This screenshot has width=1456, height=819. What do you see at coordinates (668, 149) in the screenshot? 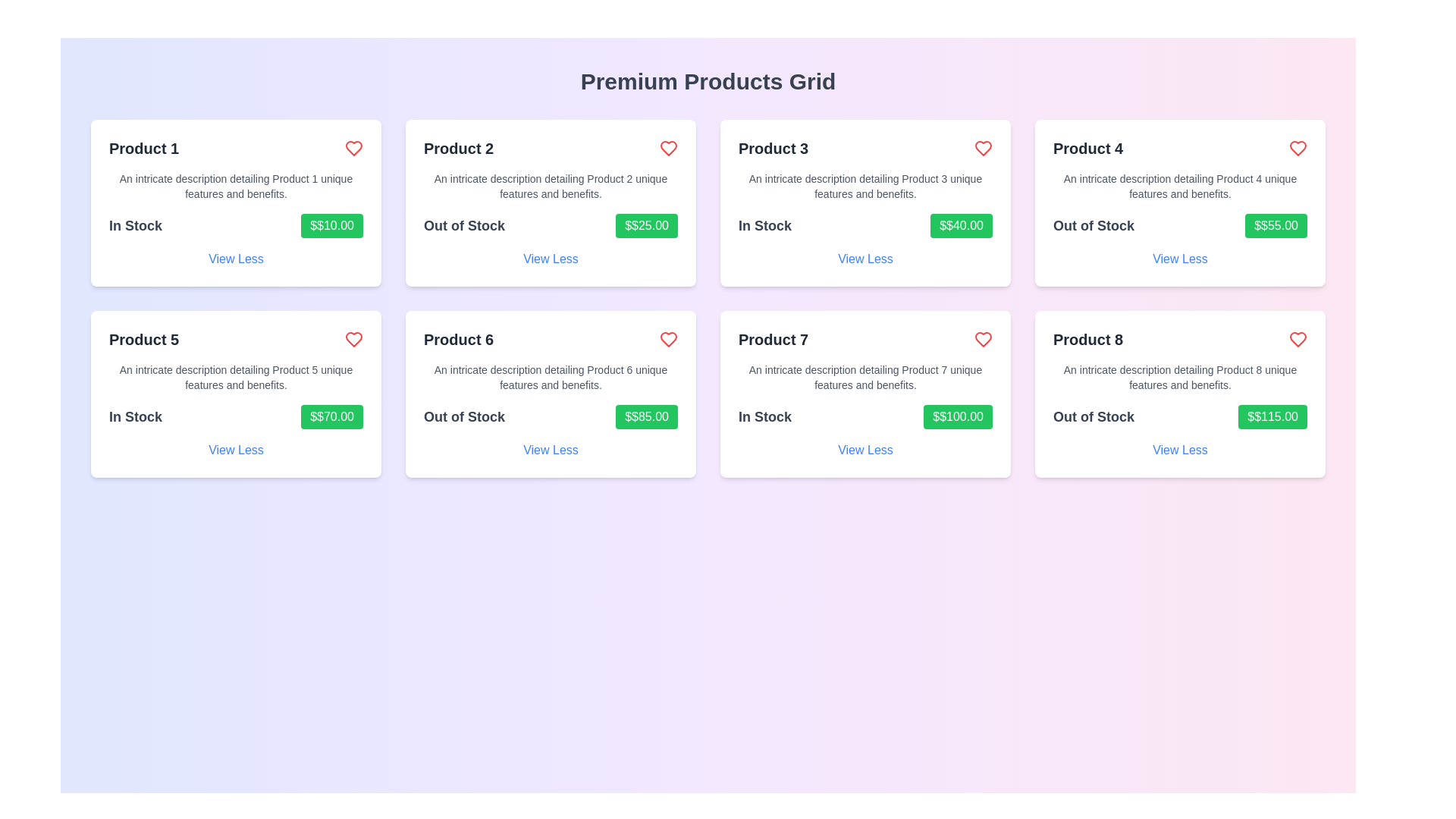
I see `the favorite or like icon located in the top-right corner of the card for 'Product 2'` at bounding box center [668, 149].